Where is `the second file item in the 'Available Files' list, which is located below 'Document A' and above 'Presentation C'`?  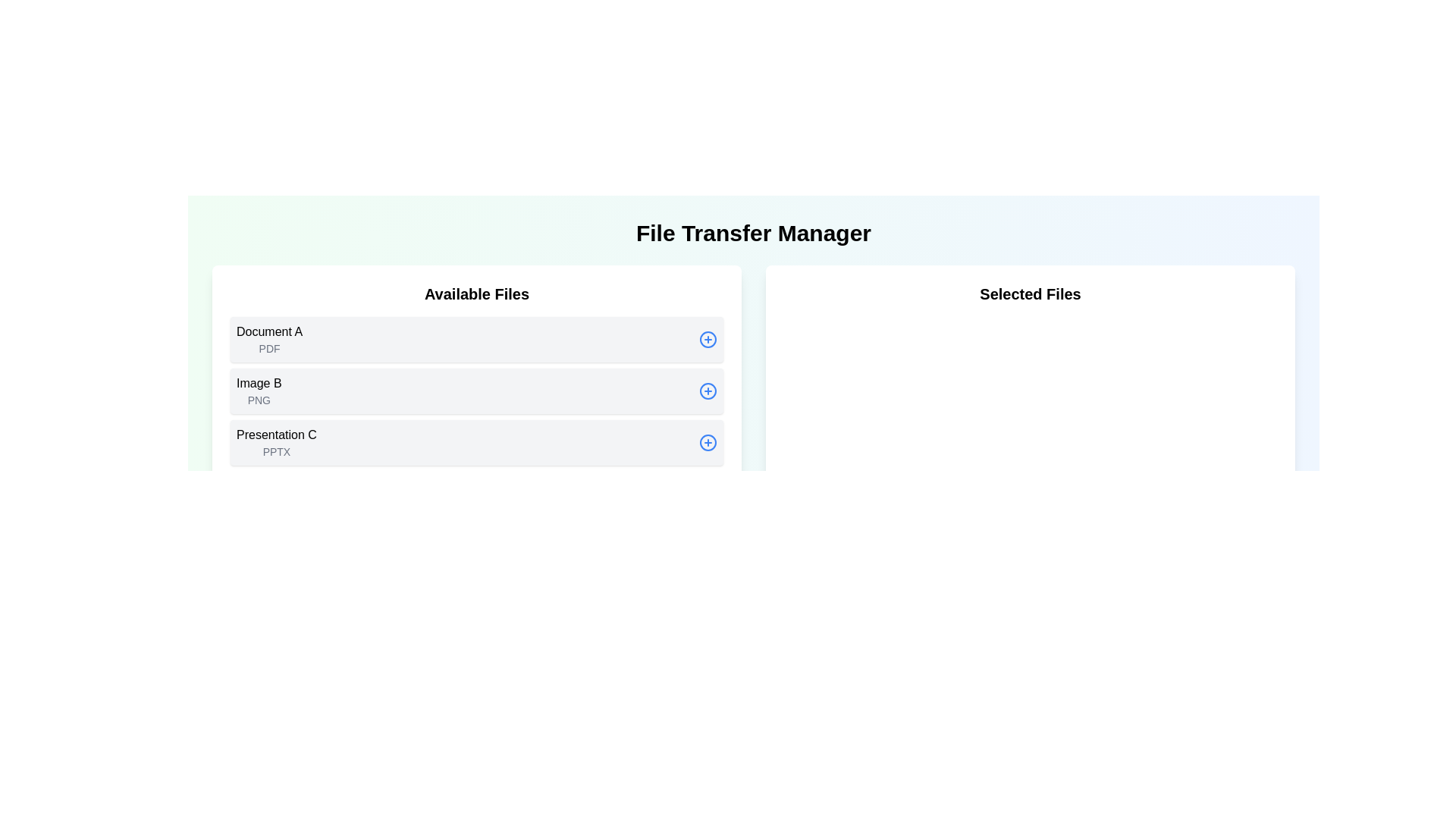
the second file item in the 'Available Files' list, which is located below 'Document A' and above 'Presentation C' is located at coordinates (475, 391).